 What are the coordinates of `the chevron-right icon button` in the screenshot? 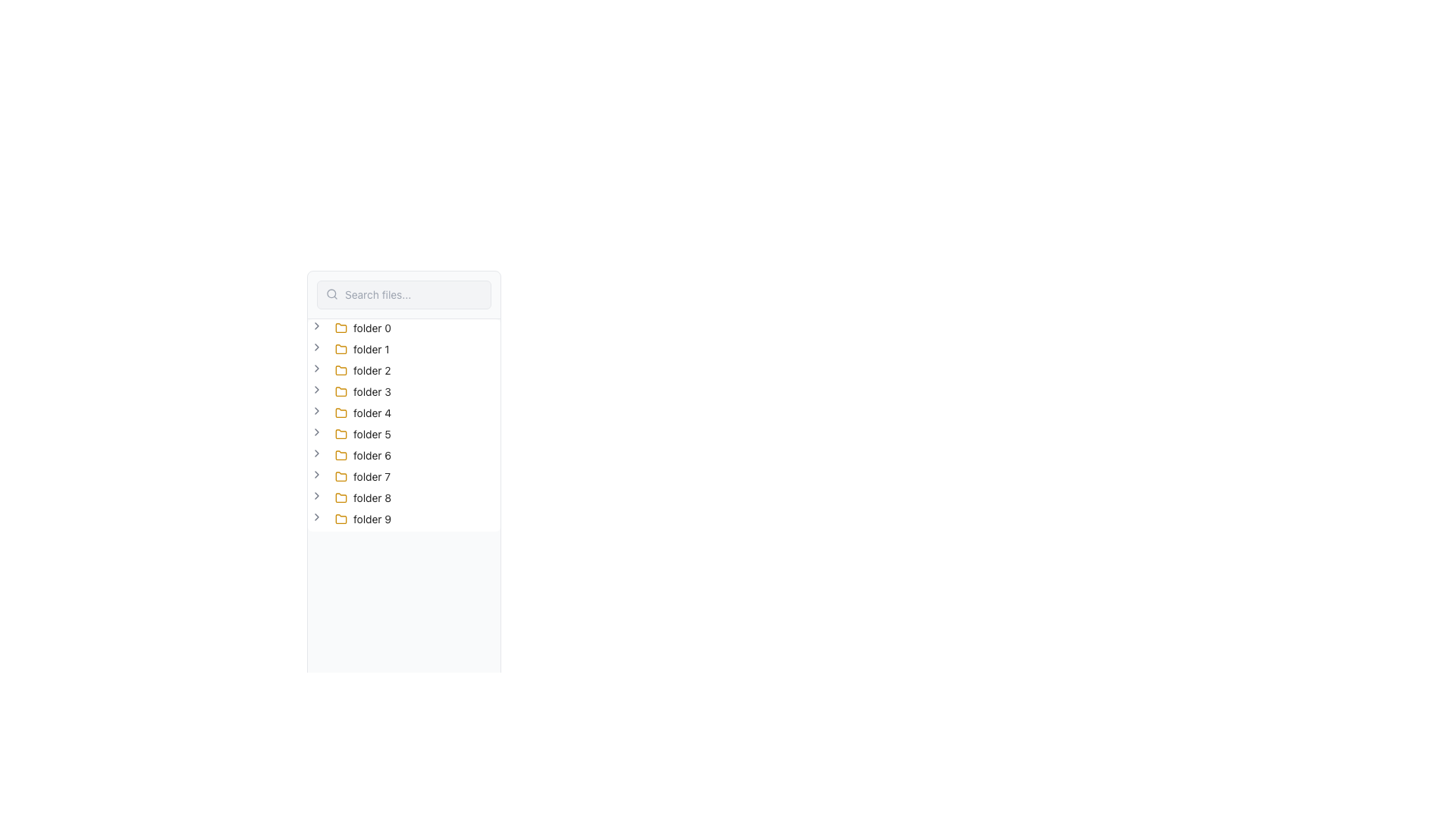 It's located at (315, 473).